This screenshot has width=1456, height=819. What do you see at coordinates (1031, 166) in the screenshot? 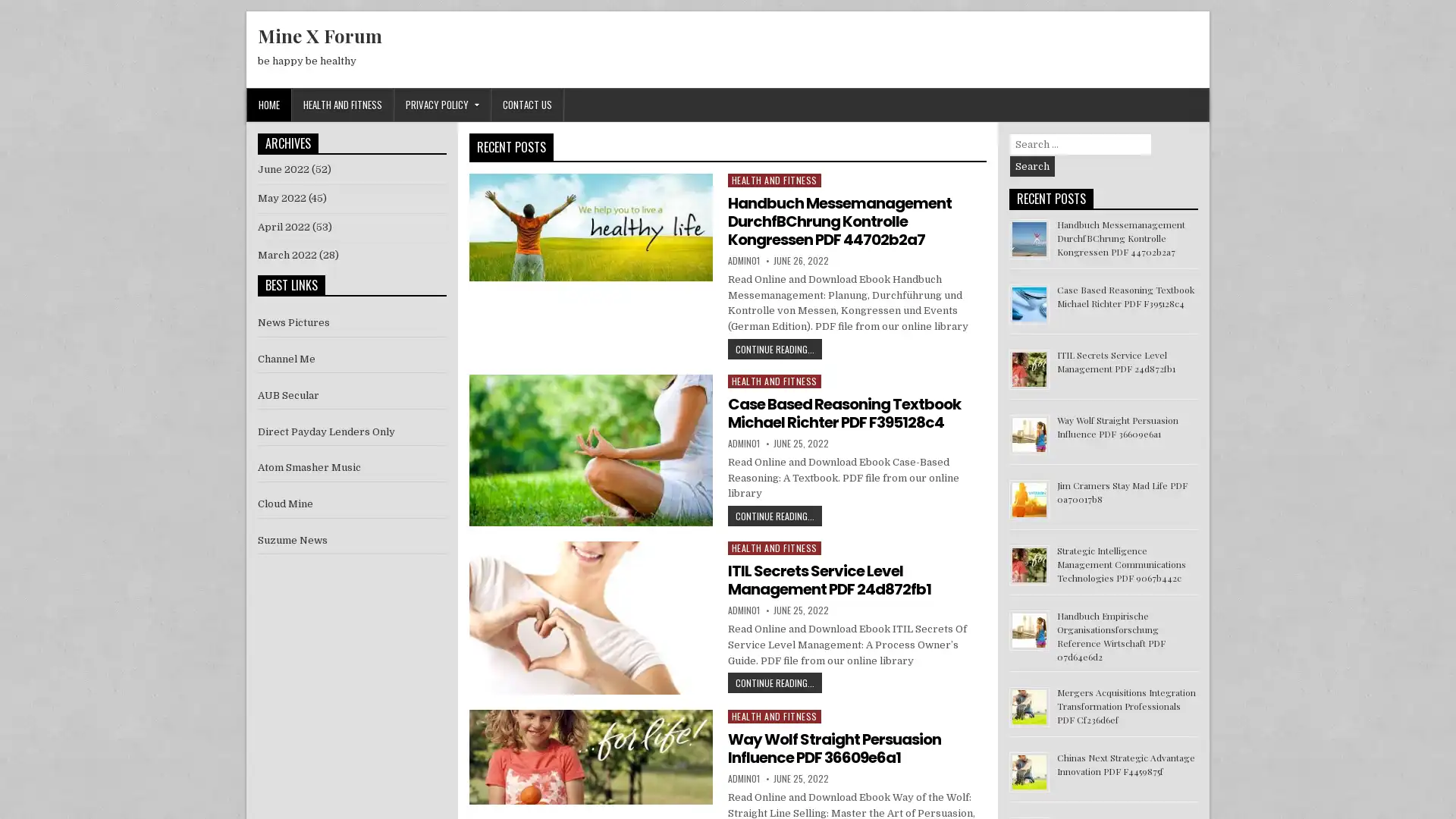
I see `Search` at bounding box center [1031, 166].